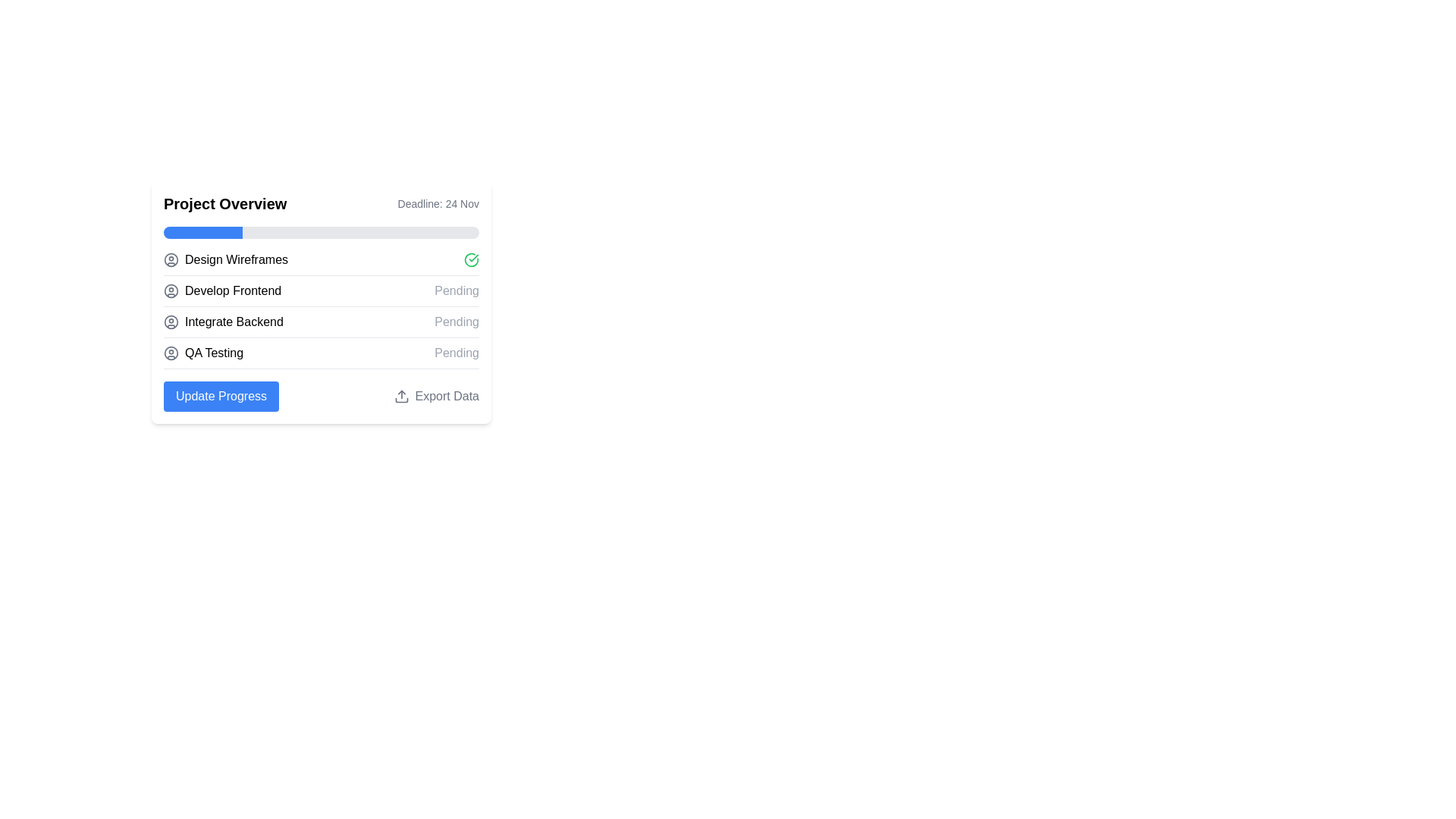 Image resolution: width=1456 pixels, height=819 pixels. I want to click on the user icon which is an outlined circular avatar styled in gray, located to the left of the text 'Design Wireframes' in the first row of the task list, so click(171, 259).